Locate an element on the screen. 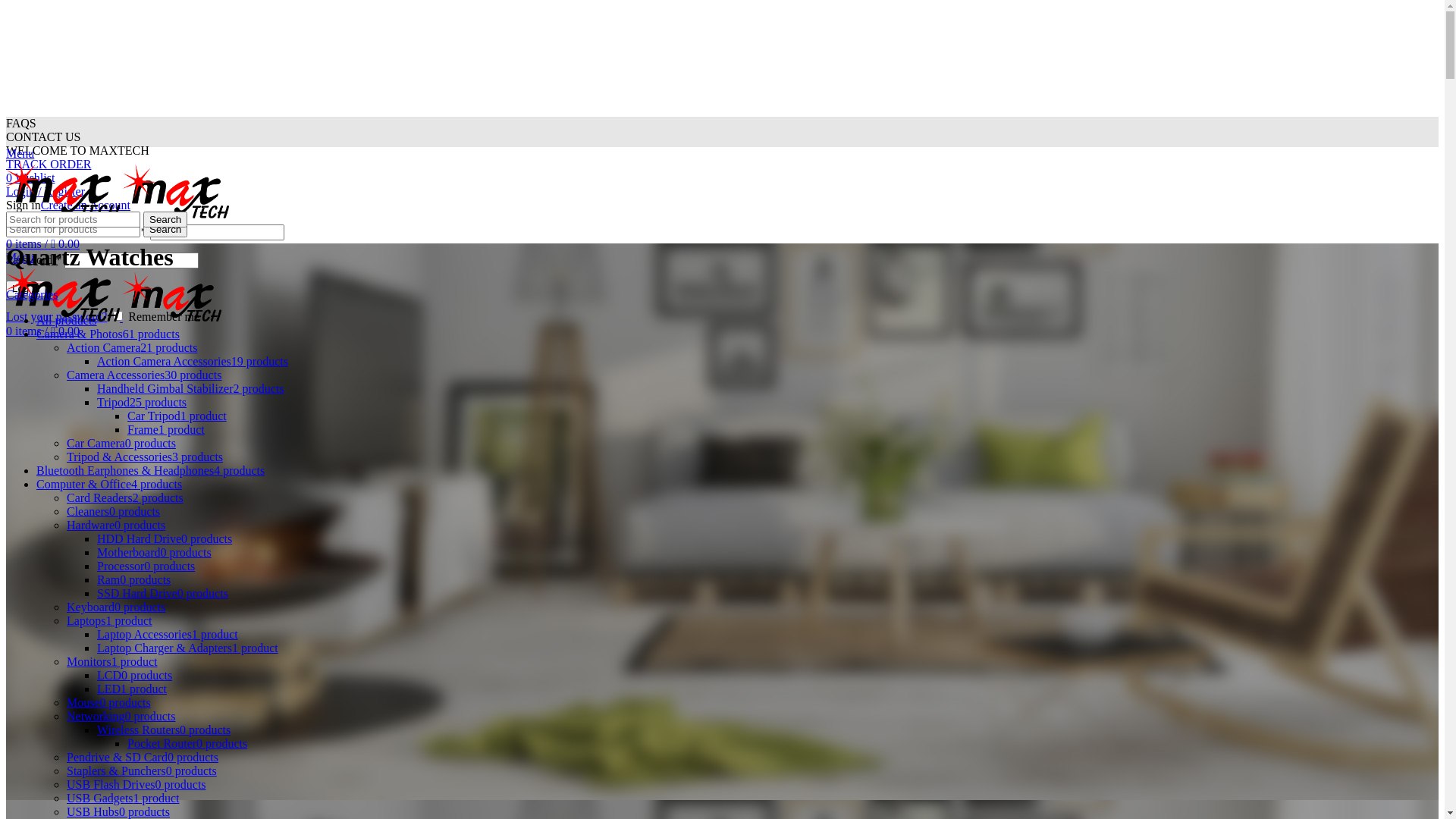 The width and height of the screenshot is (1456, 819). '0 Wishlist' is located at coordinates (30, 177).